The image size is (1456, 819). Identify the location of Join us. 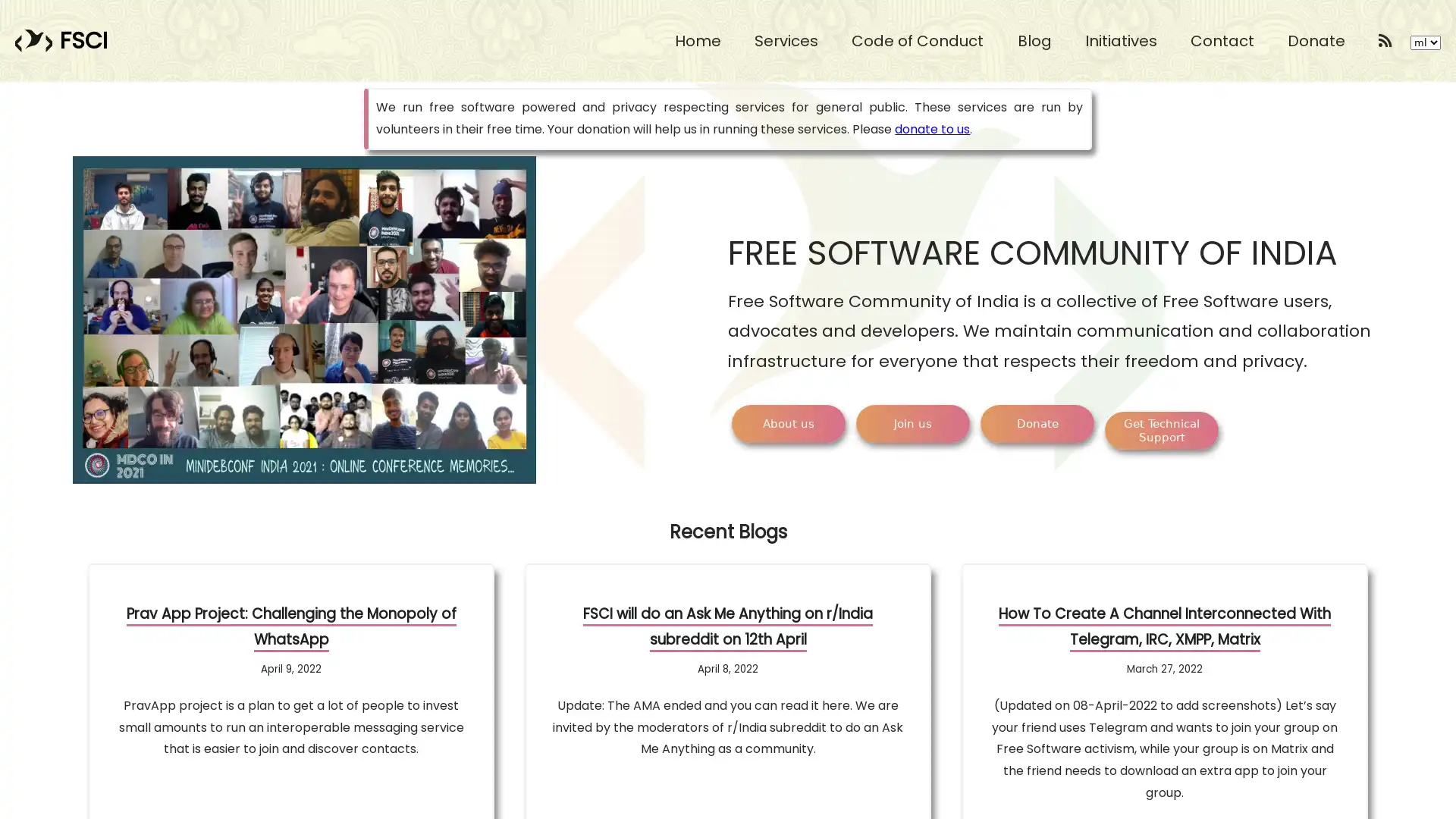
(912, 423).